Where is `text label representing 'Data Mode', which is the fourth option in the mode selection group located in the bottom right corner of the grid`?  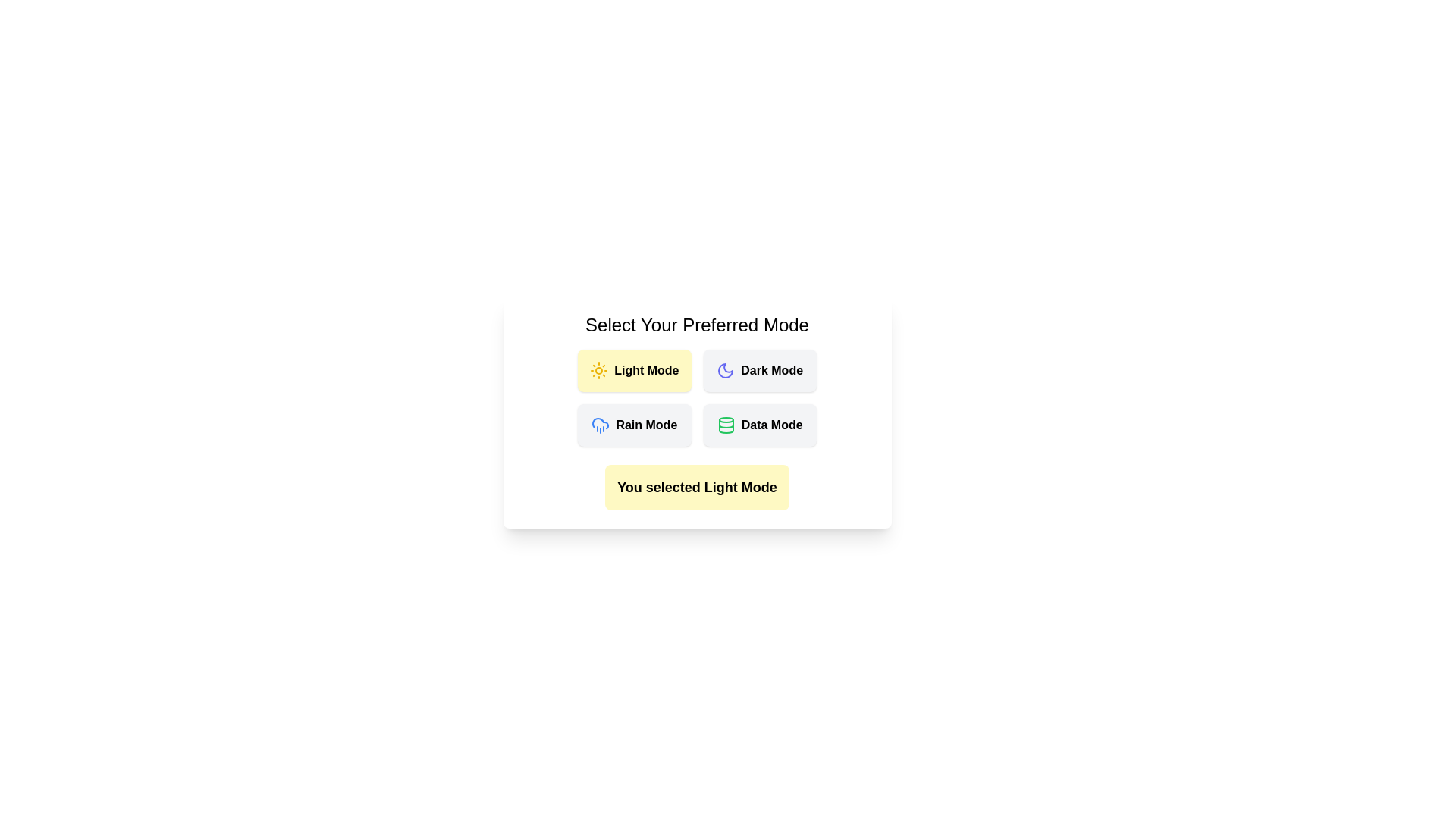 text label representing 'Data Mode', which is the fourth option in the mode selection group located in the bottom right corner of the grid is located at coordinates (772, 425).